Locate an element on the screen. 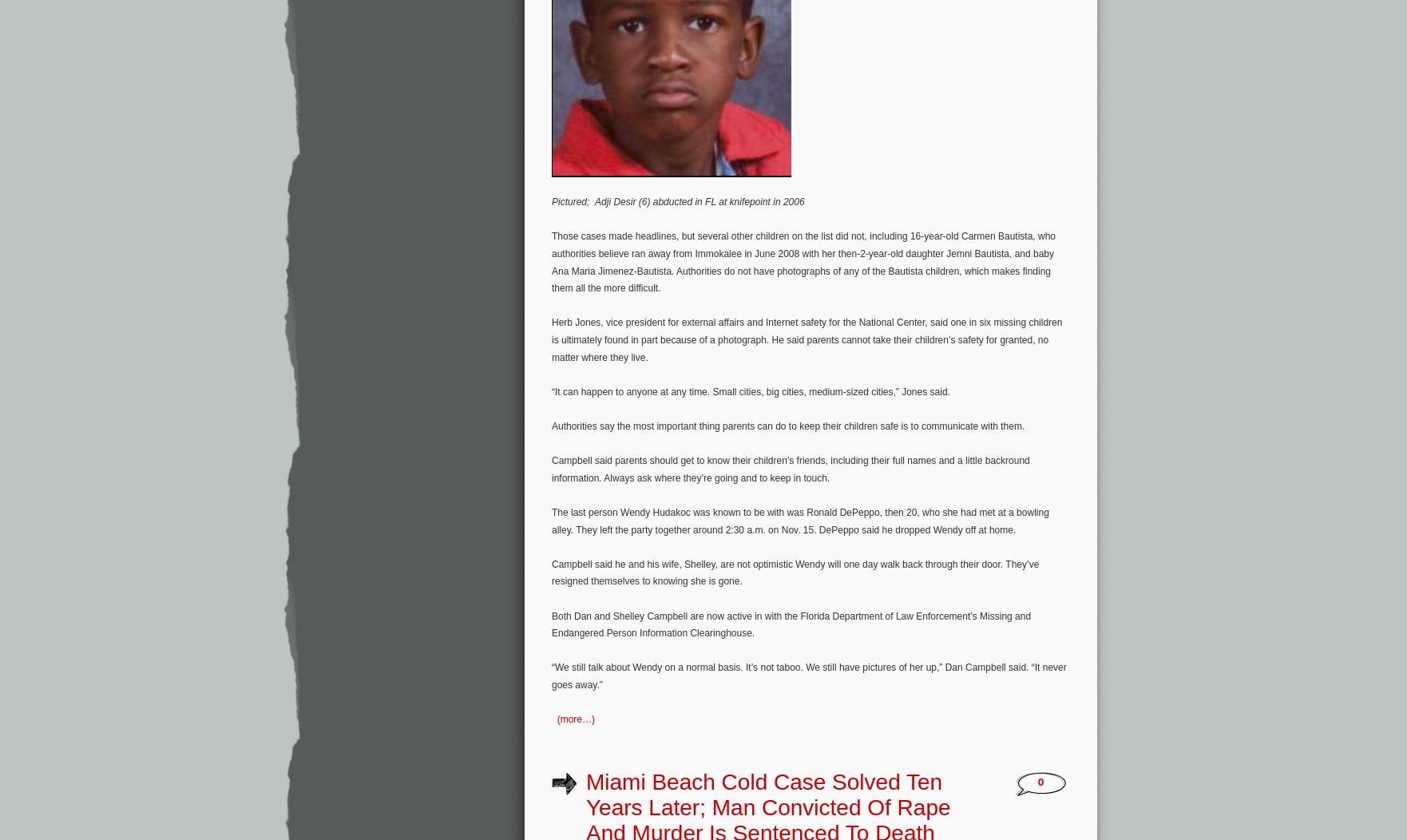  '(more…)' is located at coordinates (575, 719).